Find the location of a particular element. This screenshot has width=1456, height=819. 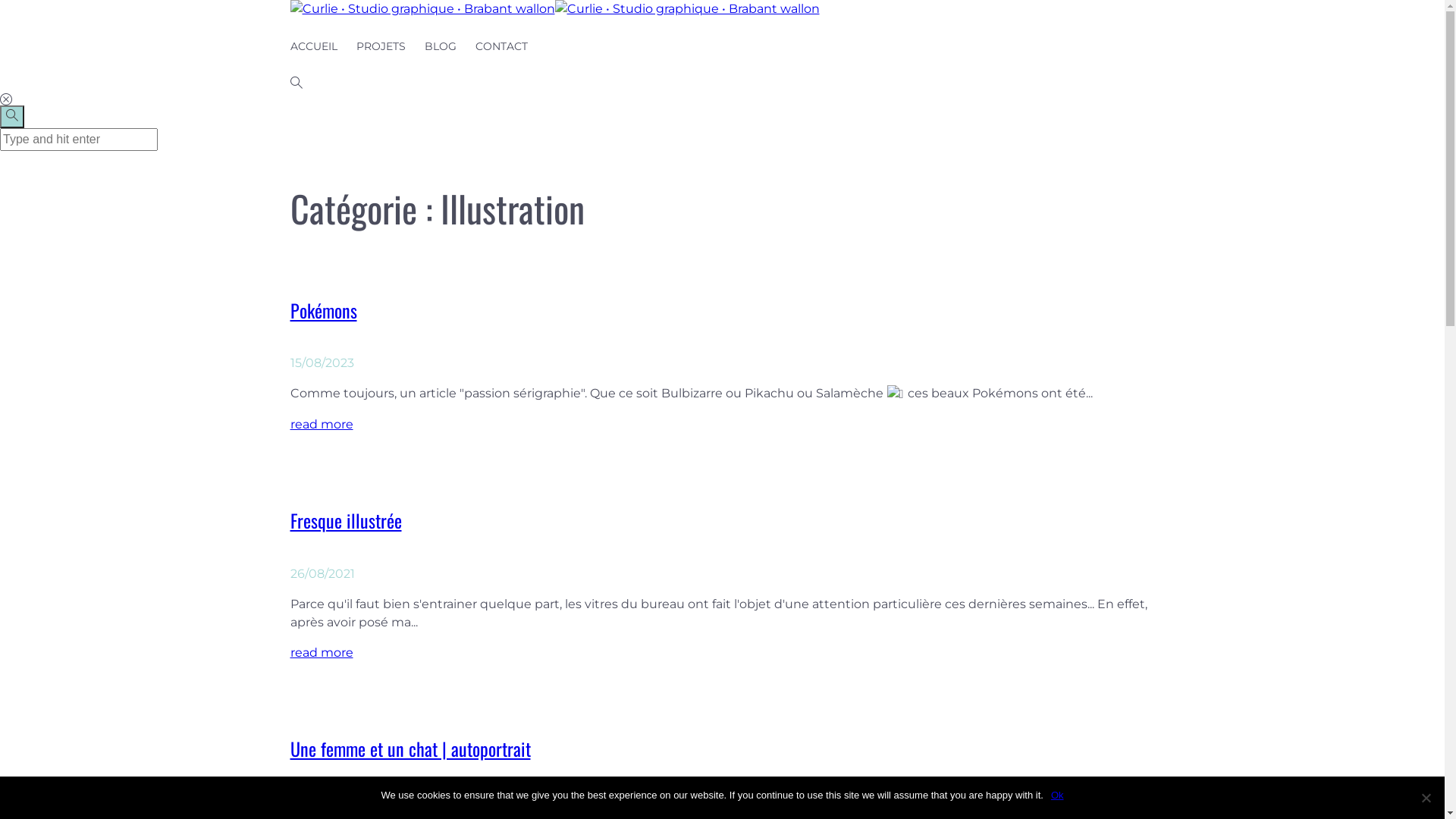

'read more' is located at coordinates (320, 424).